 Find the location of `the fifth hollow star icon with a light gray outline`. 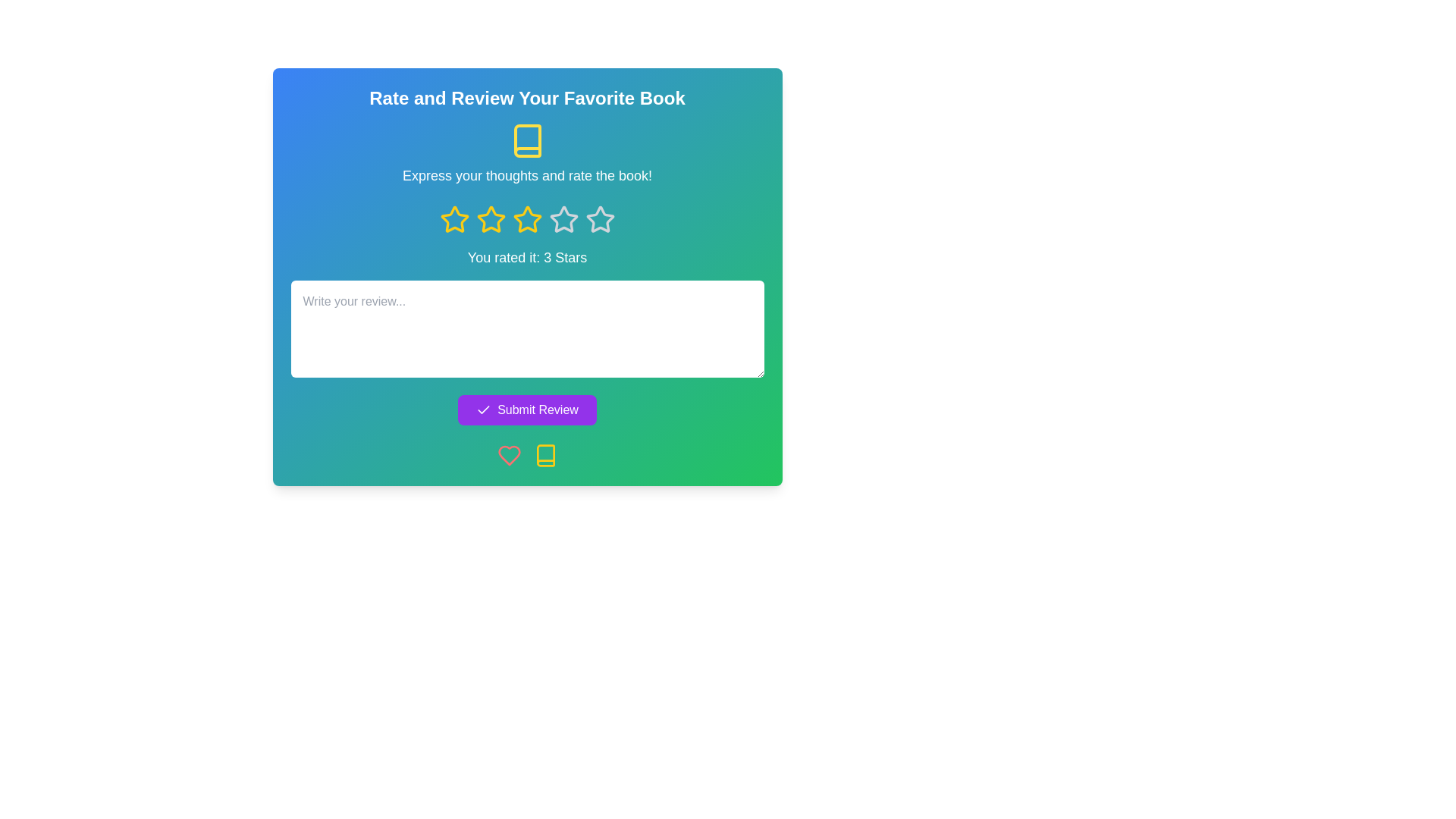

the fifth hollow star icon with a light gray outline is located at coordinates (599, 219).